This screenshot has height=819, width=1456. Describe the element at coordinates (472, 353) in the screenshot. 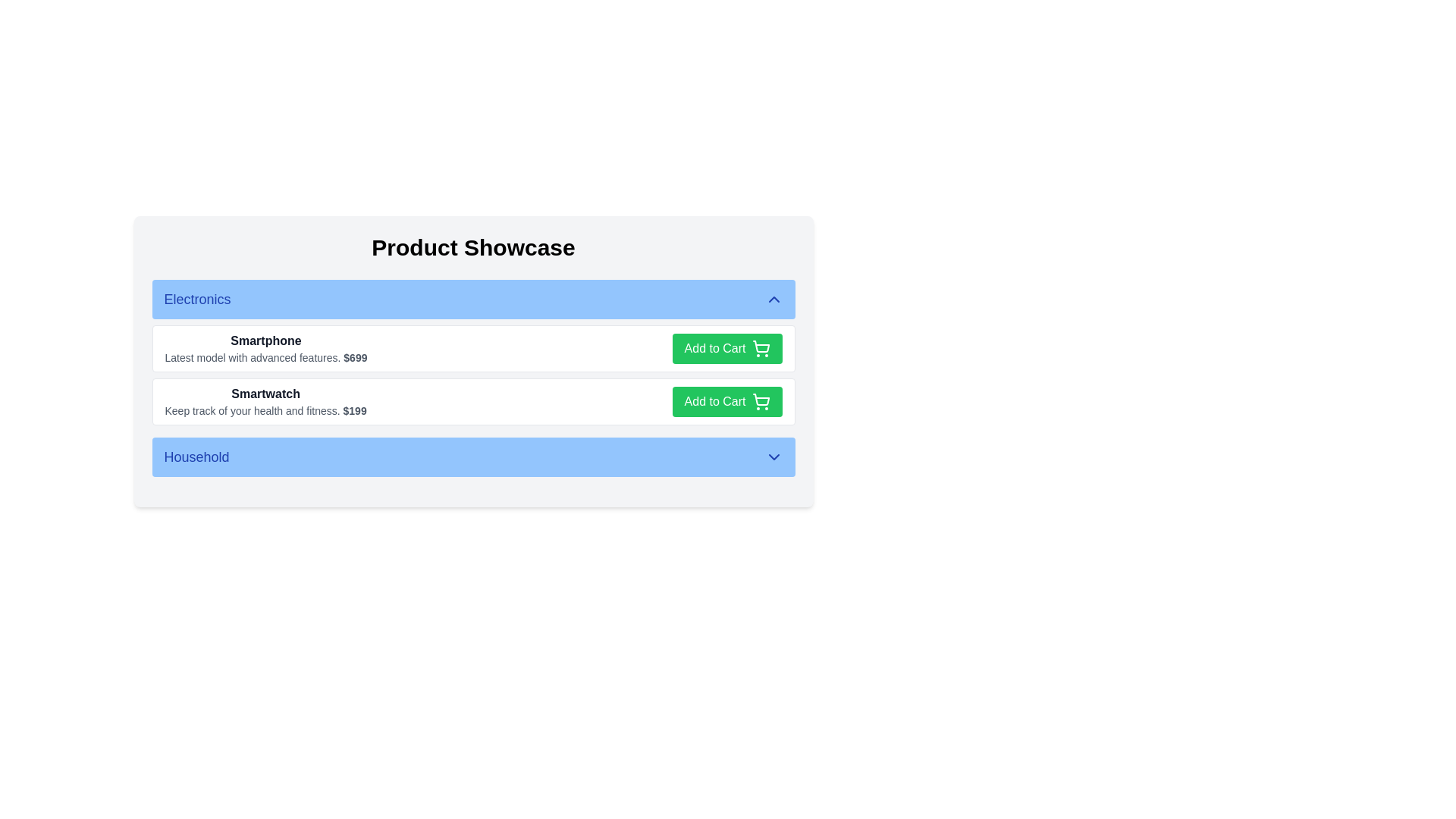

I see `the product entries in the 'Electronics' section of the product showcase` at that location.